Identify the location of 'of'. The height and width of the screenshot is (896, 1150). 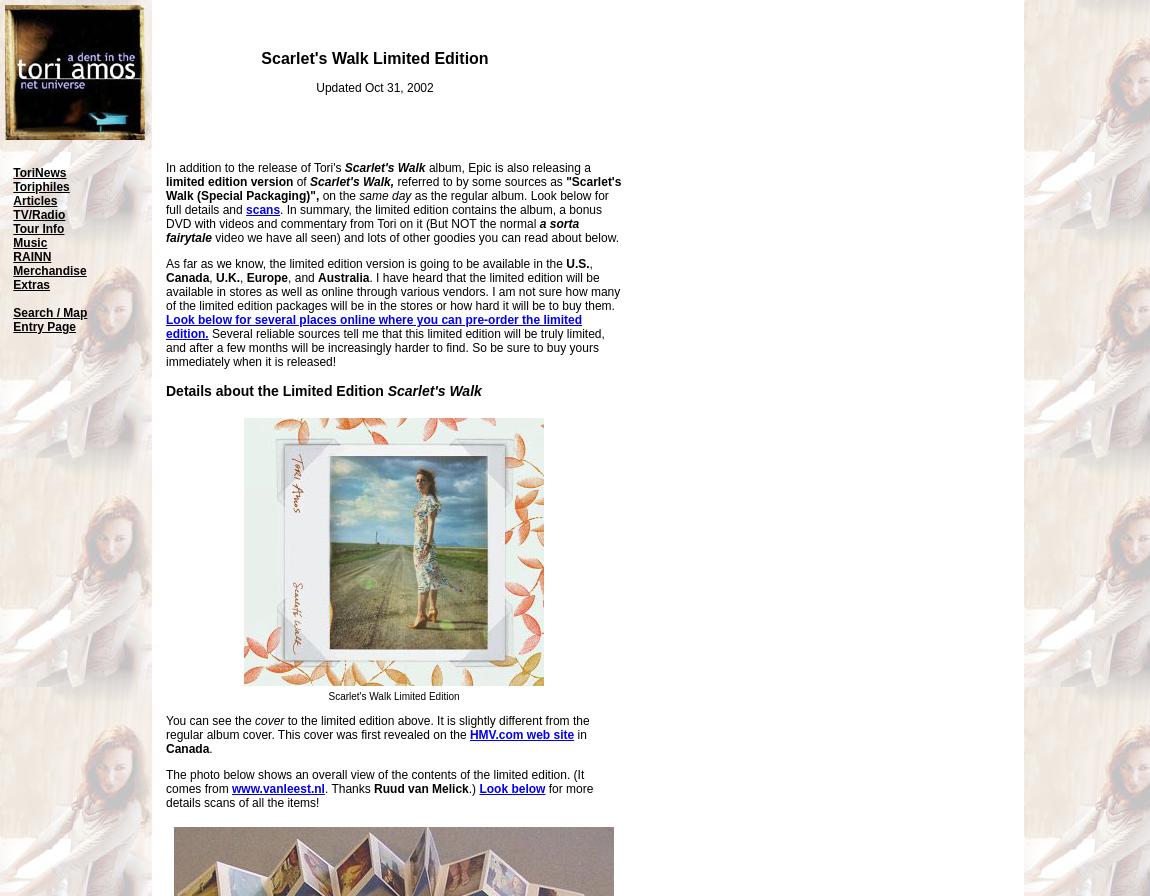
(293, 181).